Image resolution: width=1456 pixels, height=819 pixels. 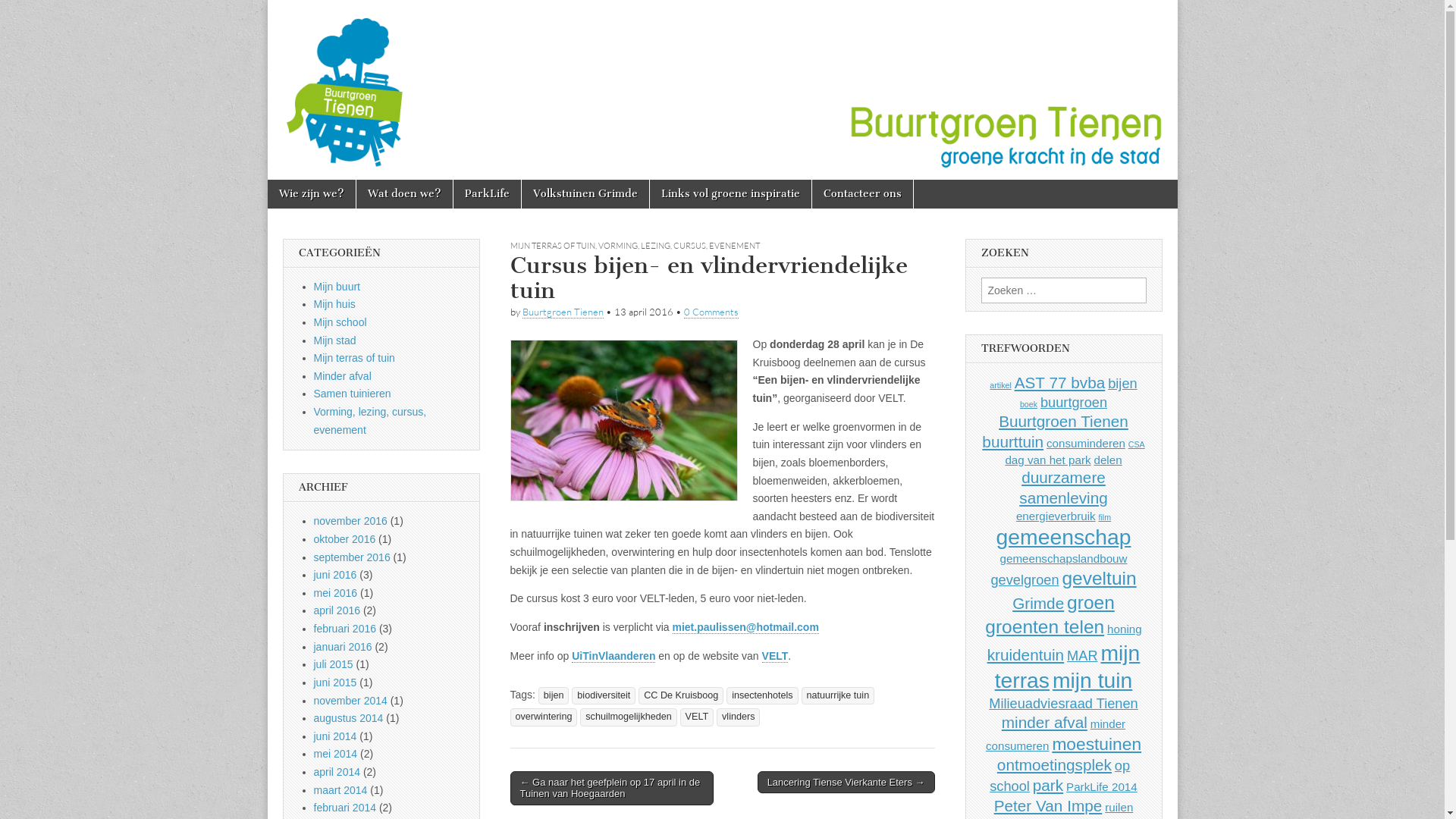 I want to click on 'januari 2016', so click(x=342, y=646).